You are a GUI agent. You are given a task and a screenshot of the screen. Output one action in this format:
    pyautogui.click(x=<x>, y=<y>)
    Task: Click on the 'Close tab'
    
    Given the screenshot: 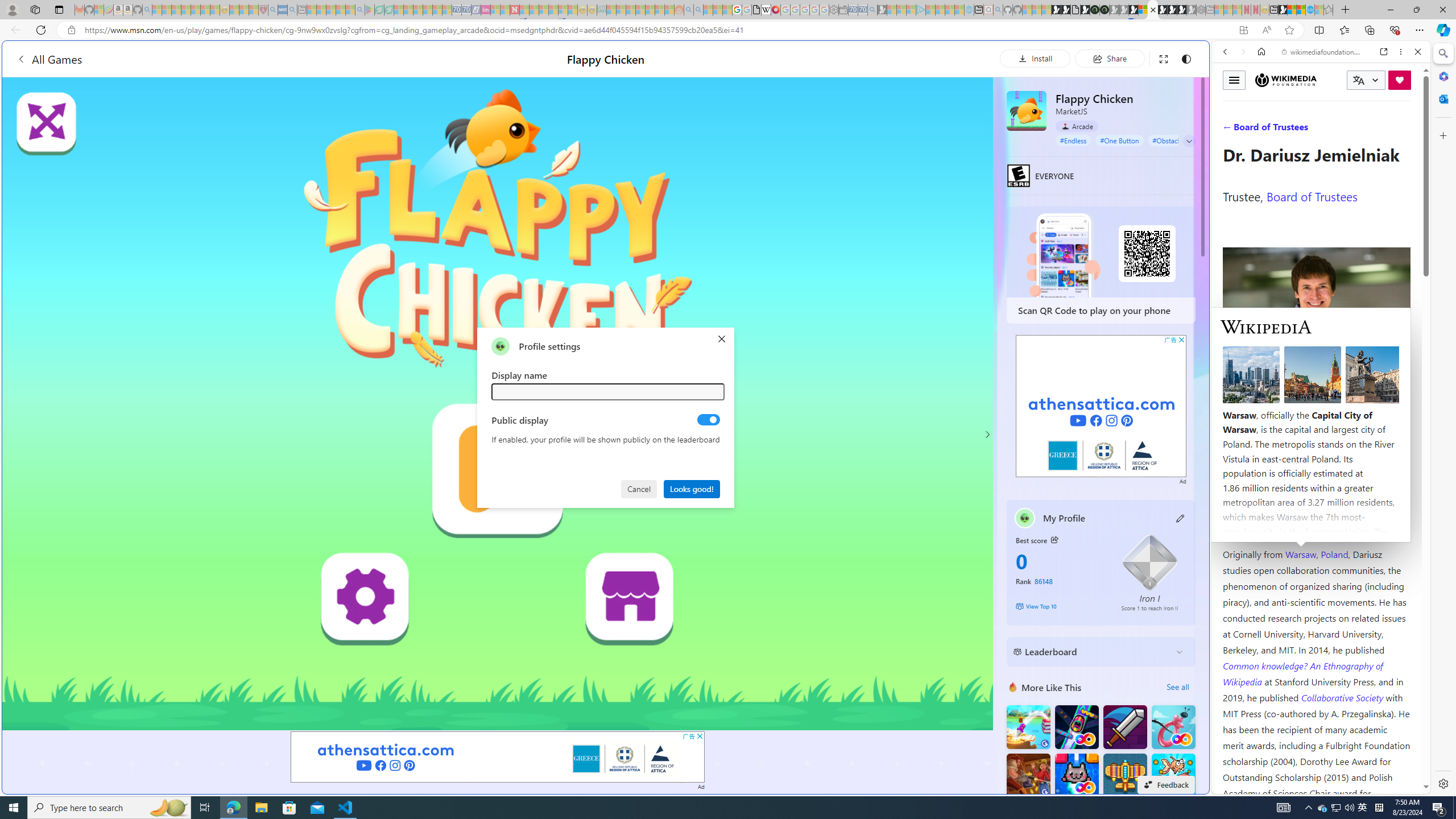 What is the action you would take?
    pyautogui.click(x=1152, y=9)
    